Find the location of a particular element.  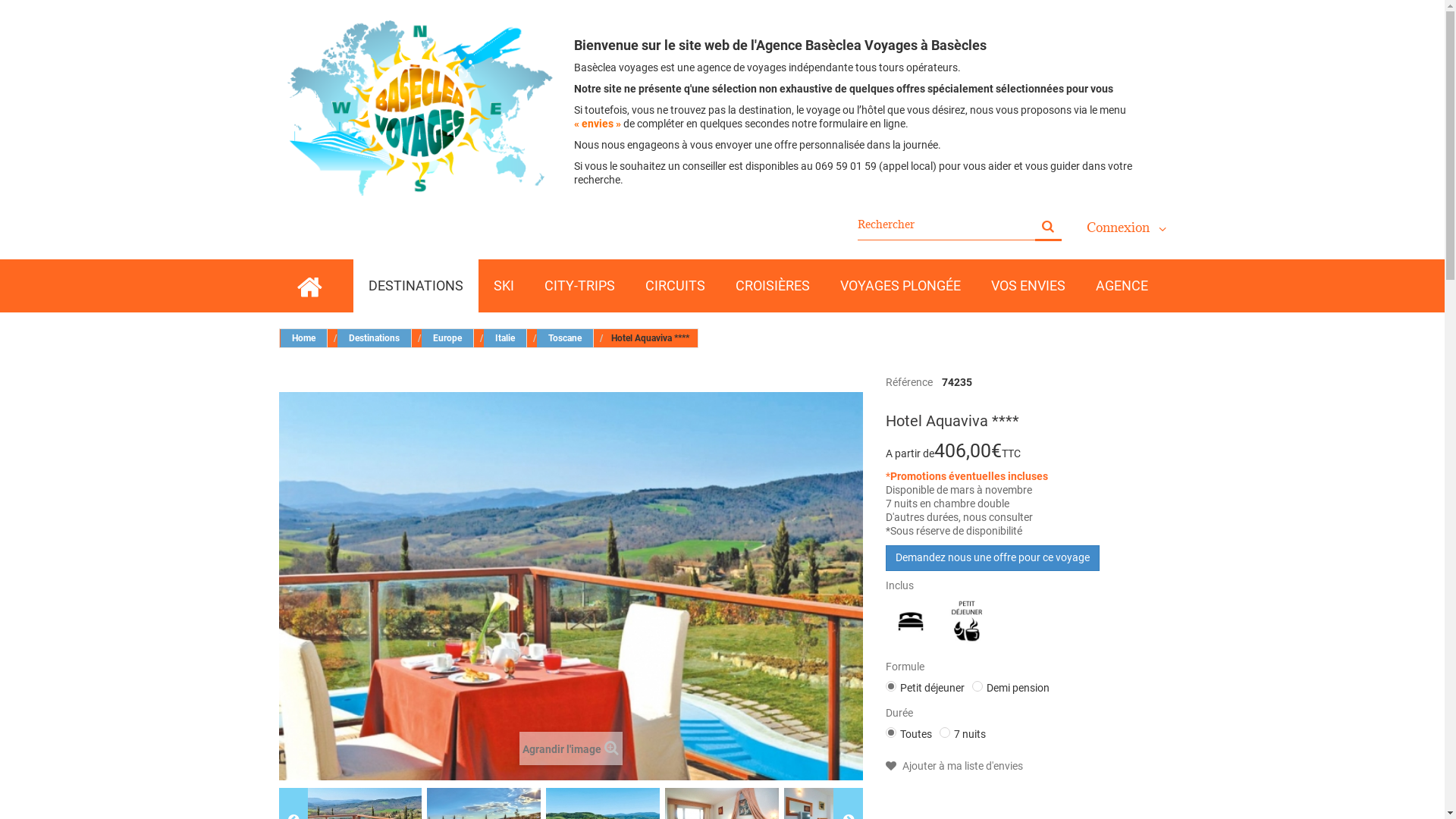

'Toscane' is located at coordinates (564, 337).